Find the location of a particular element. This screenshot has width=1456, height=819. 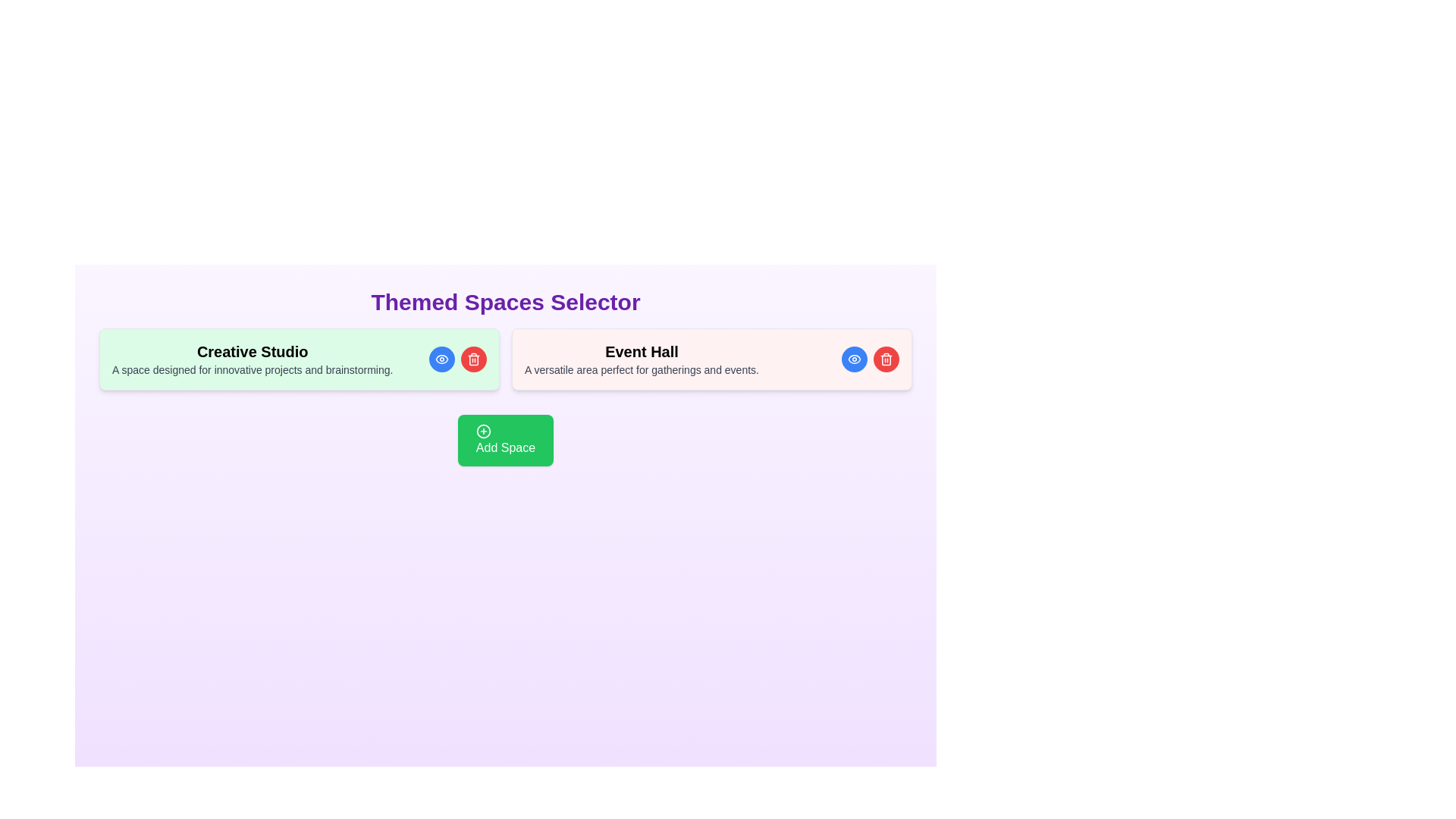

the circular blue button with a white eye icon located in the 'Event Hall' section is located at coordinates (855, 359).